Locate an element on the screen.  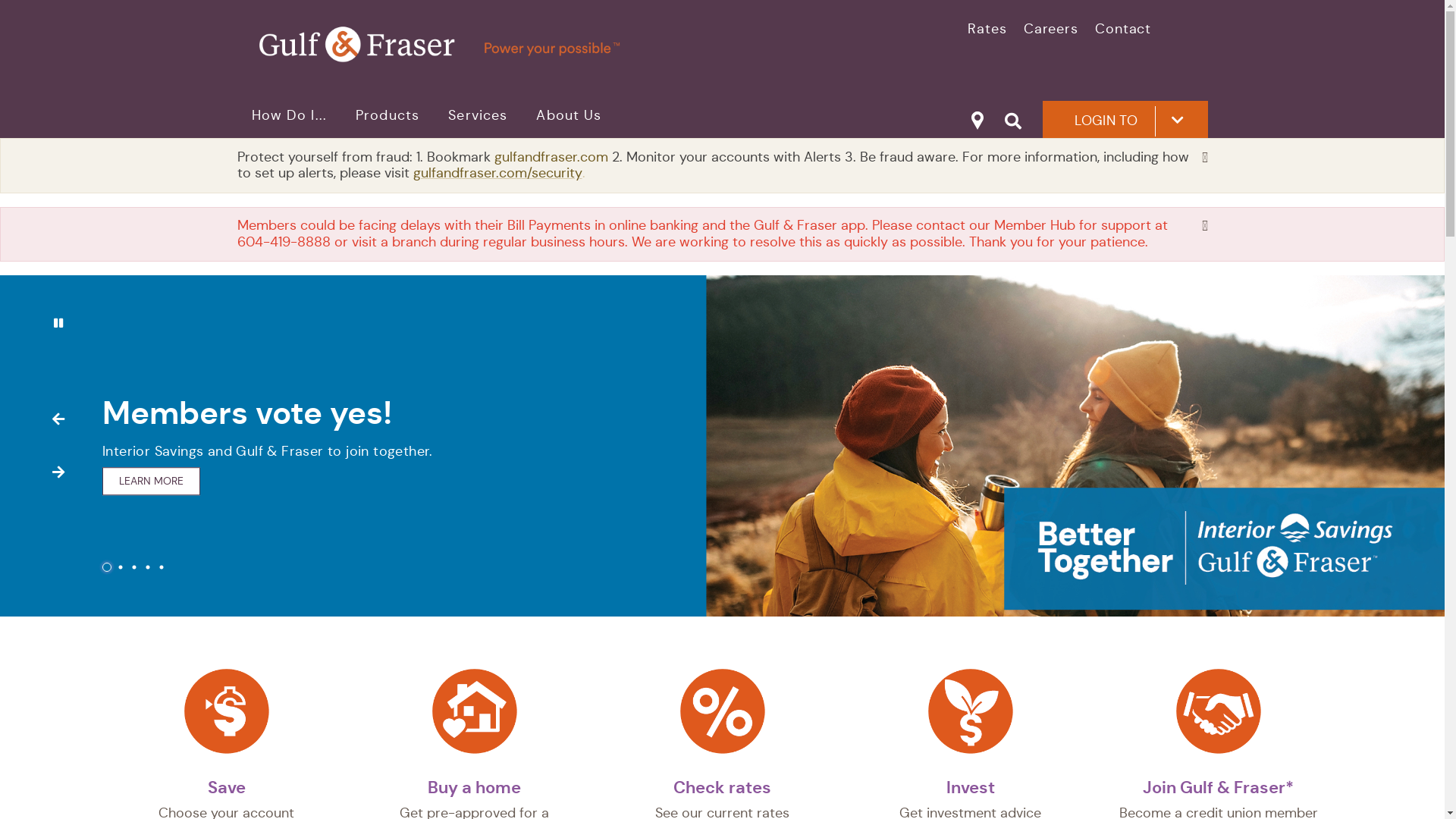
'Dismiss' is located at coordinates (1203, 226).